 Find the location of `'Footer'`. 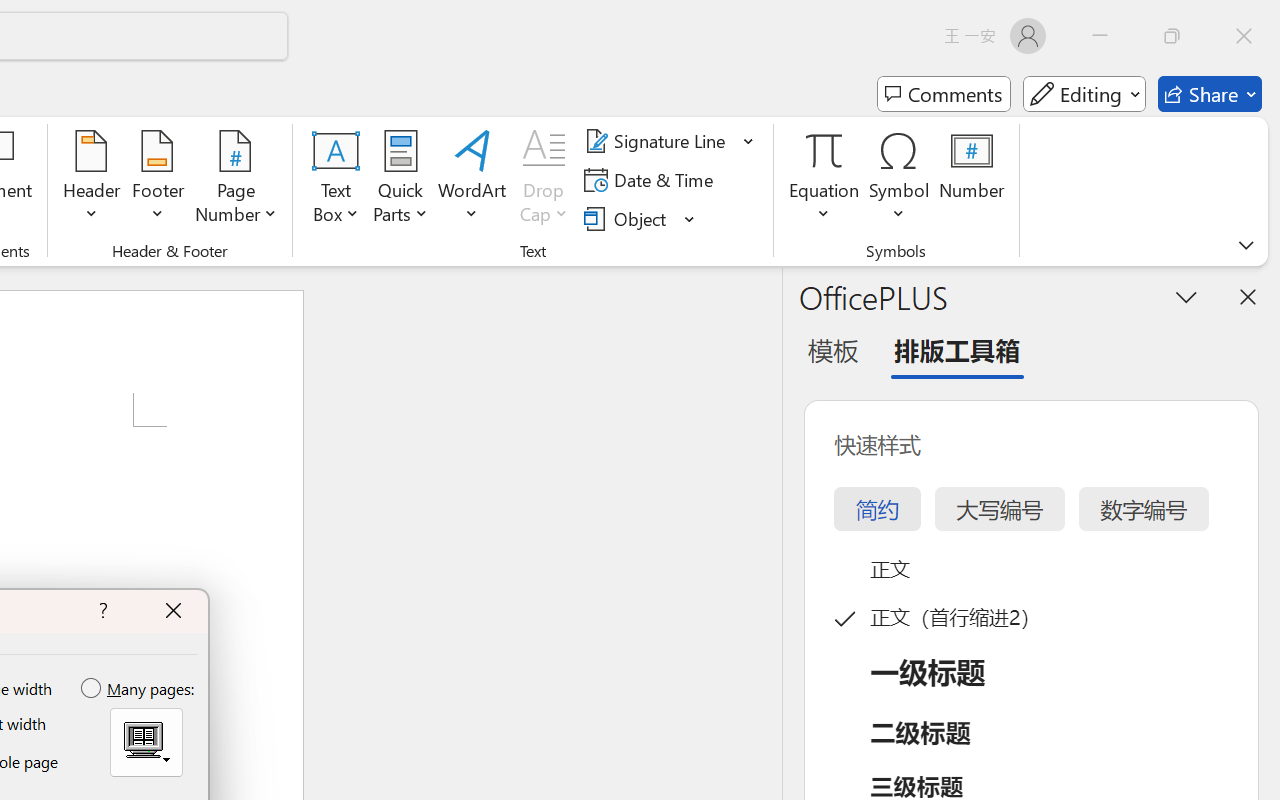

'Footer' is located at coordinates (157, 179).